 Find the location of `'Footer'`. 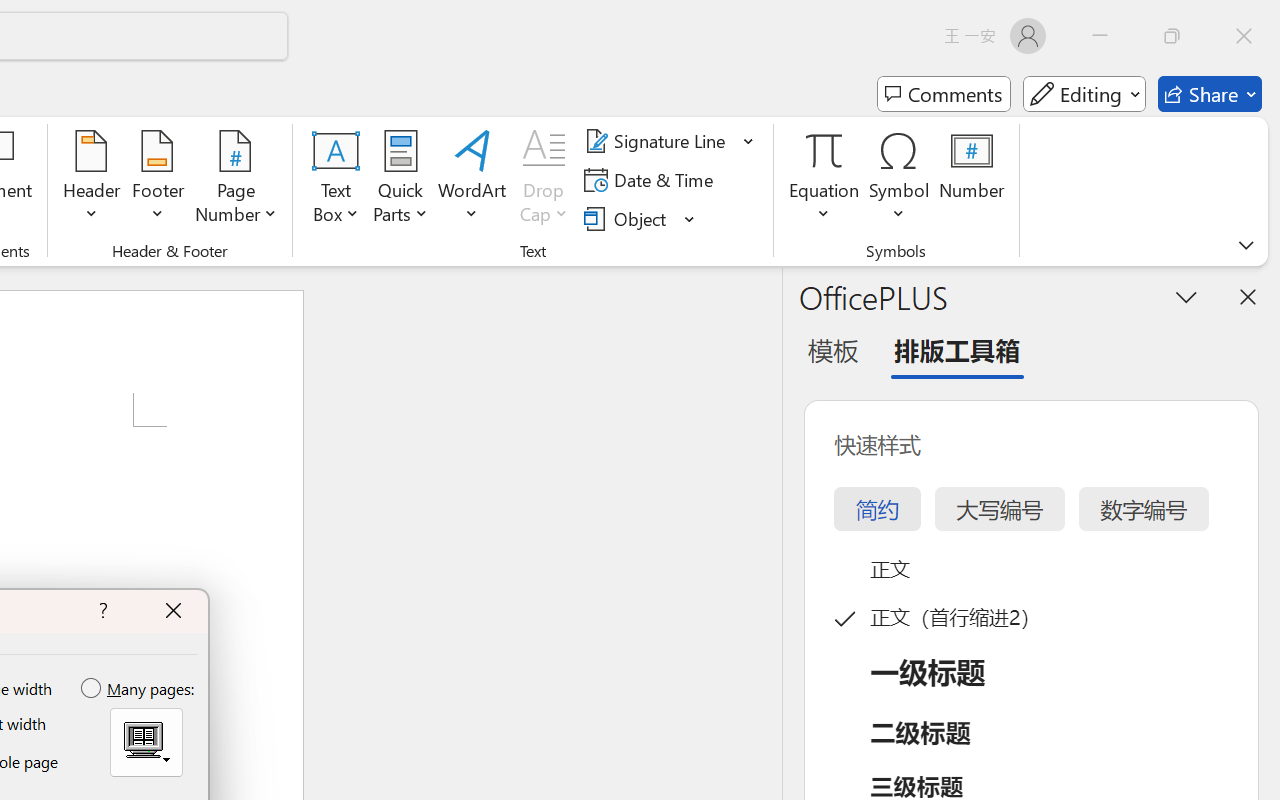

'Footer' is located at coordinates (157, 179).